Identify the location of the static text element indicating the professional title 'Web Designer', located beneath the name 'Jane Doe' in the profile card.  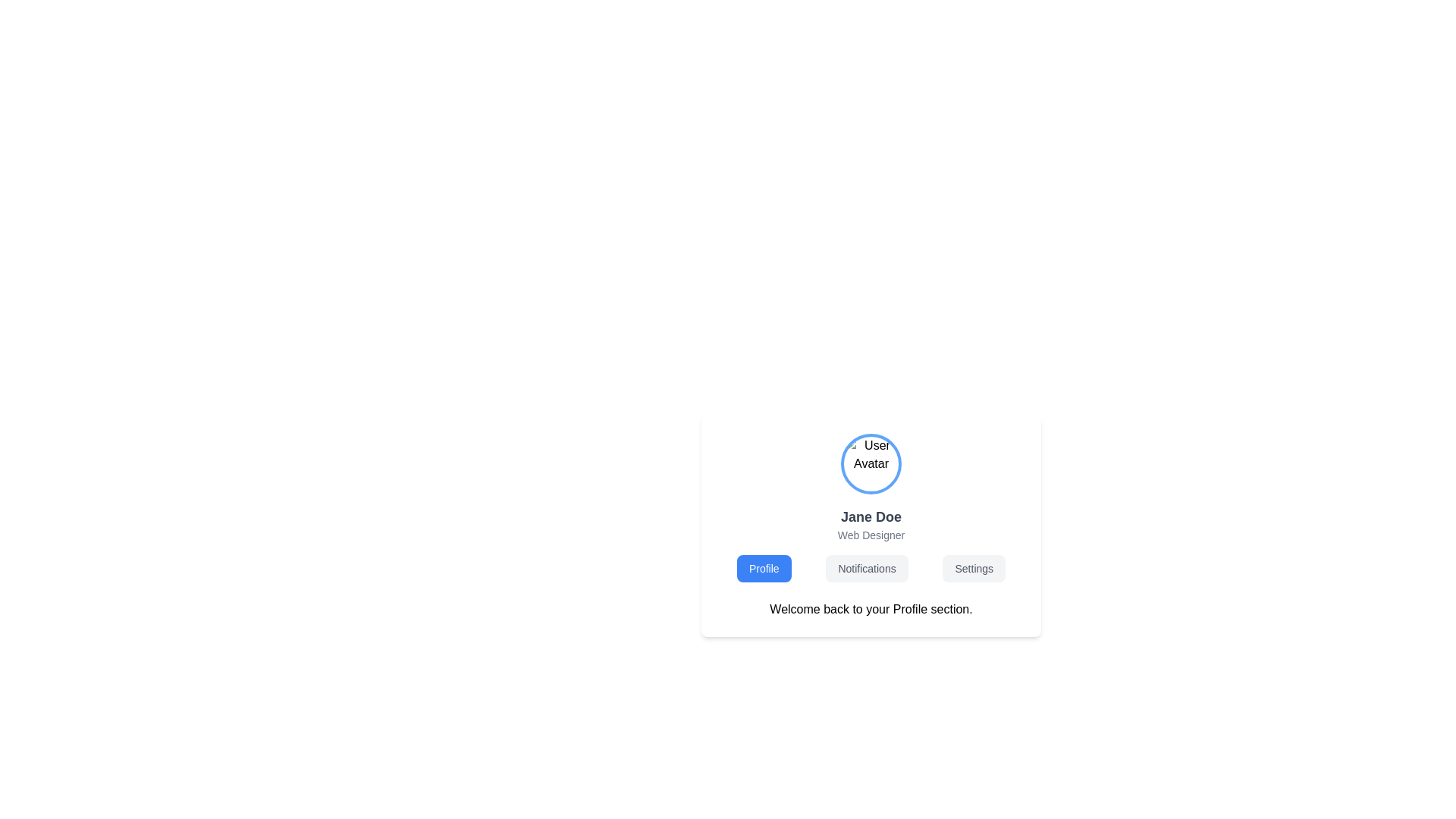
(871, 534).